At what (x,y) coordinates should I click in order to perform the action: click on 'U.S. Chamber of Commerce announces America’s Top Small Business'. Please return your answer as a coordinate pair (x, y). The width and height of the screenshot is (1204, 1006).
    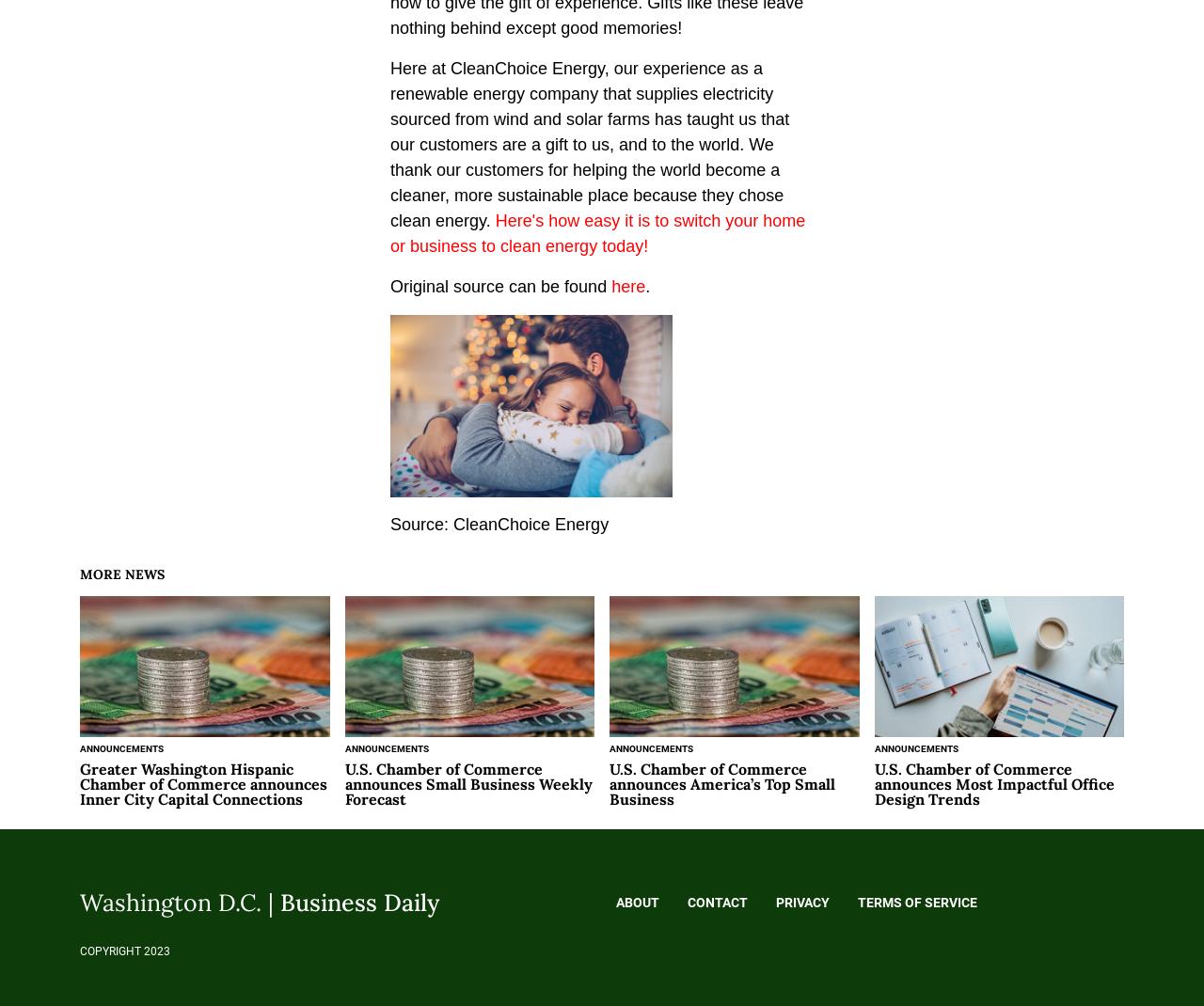
    Looking at the image, I should click on (721, 782).